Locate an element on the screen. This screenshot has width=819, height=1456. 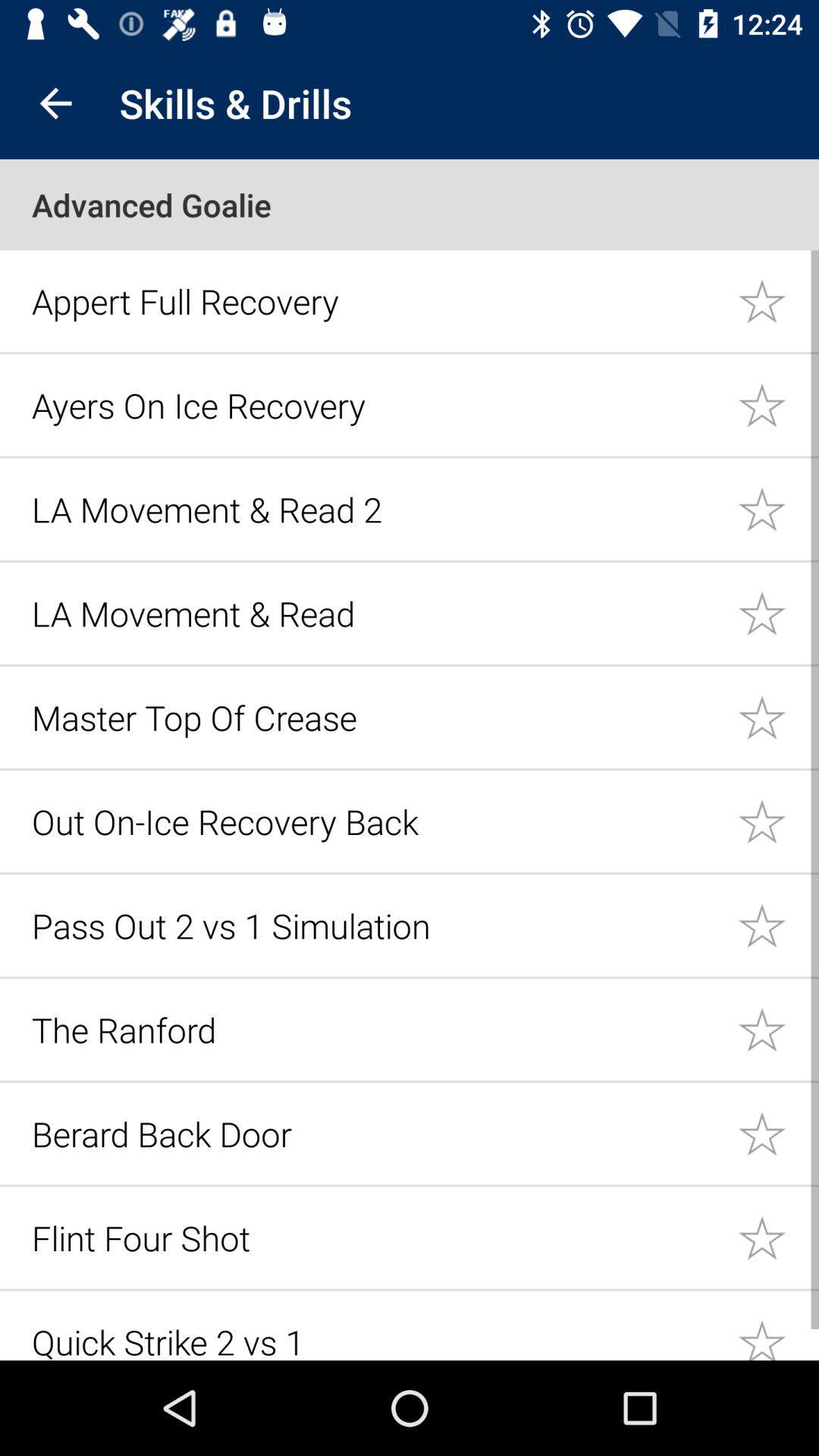
favorite this page is located at coordinates (778, 509).